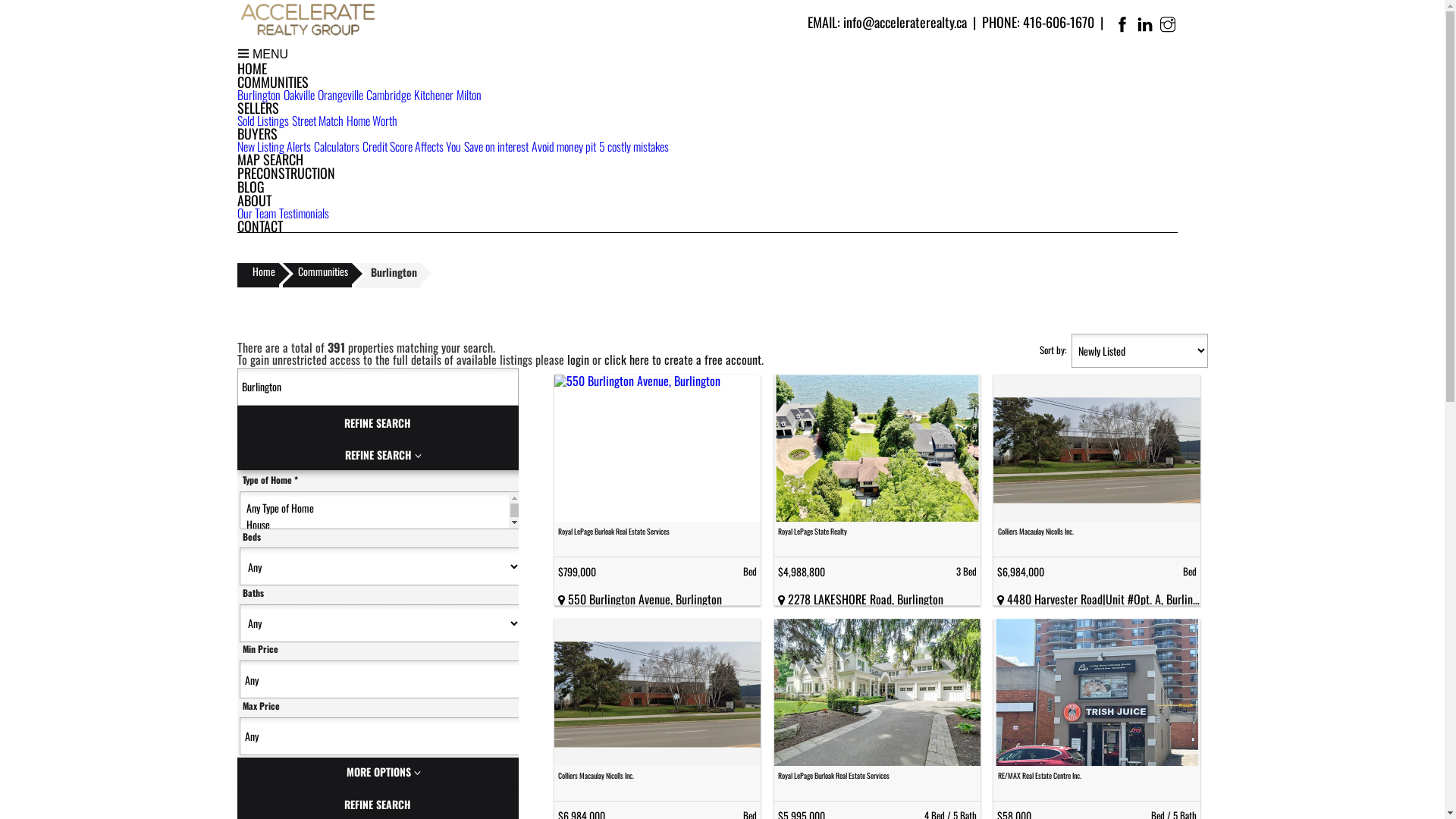  Describe the element at coordinates (303, 213) in the screenshot. I see `'Testimonials'` at that location.